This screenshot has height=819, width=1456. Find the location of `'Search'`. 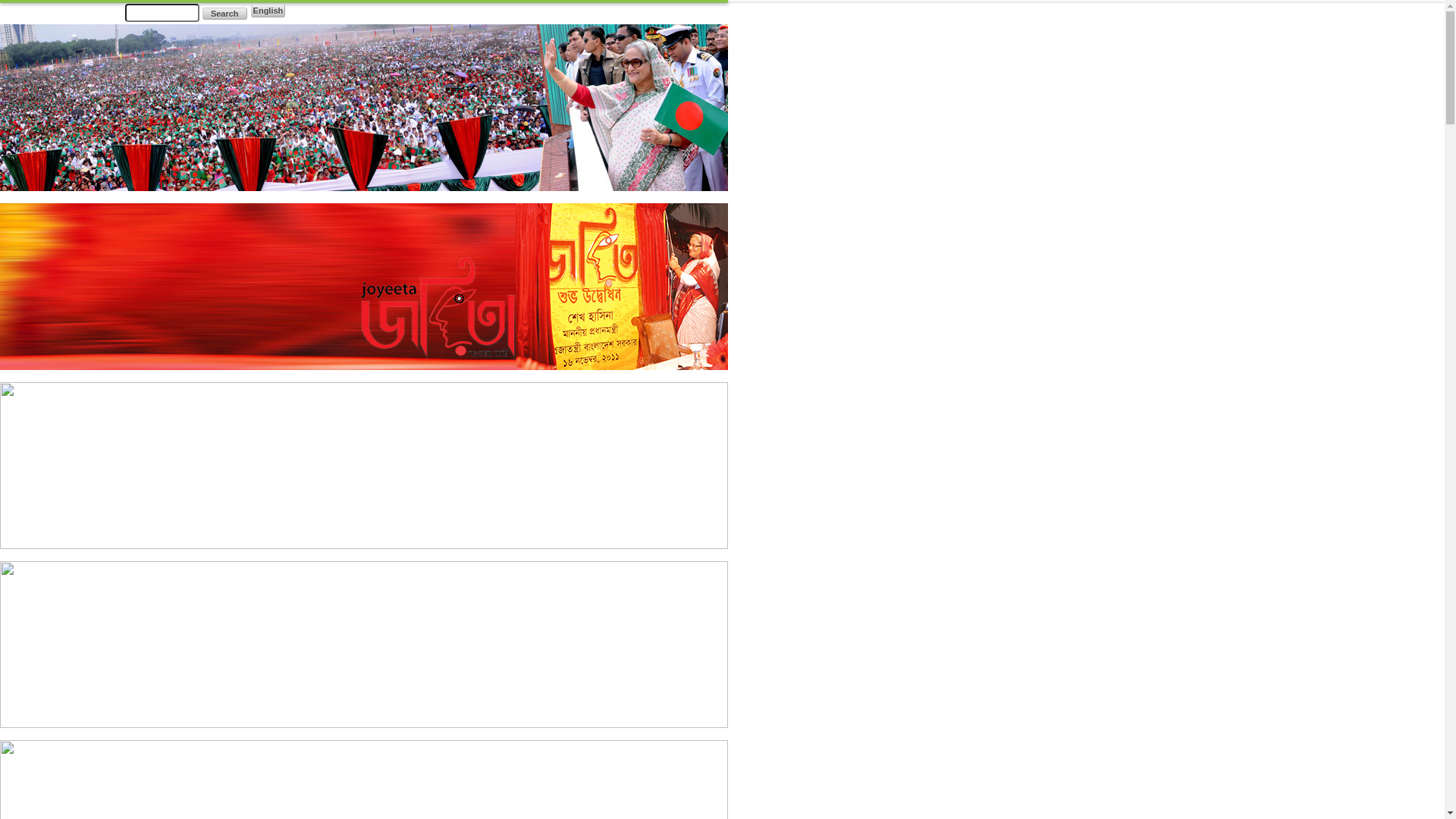

'Search' is located at coordinates (224, 14).